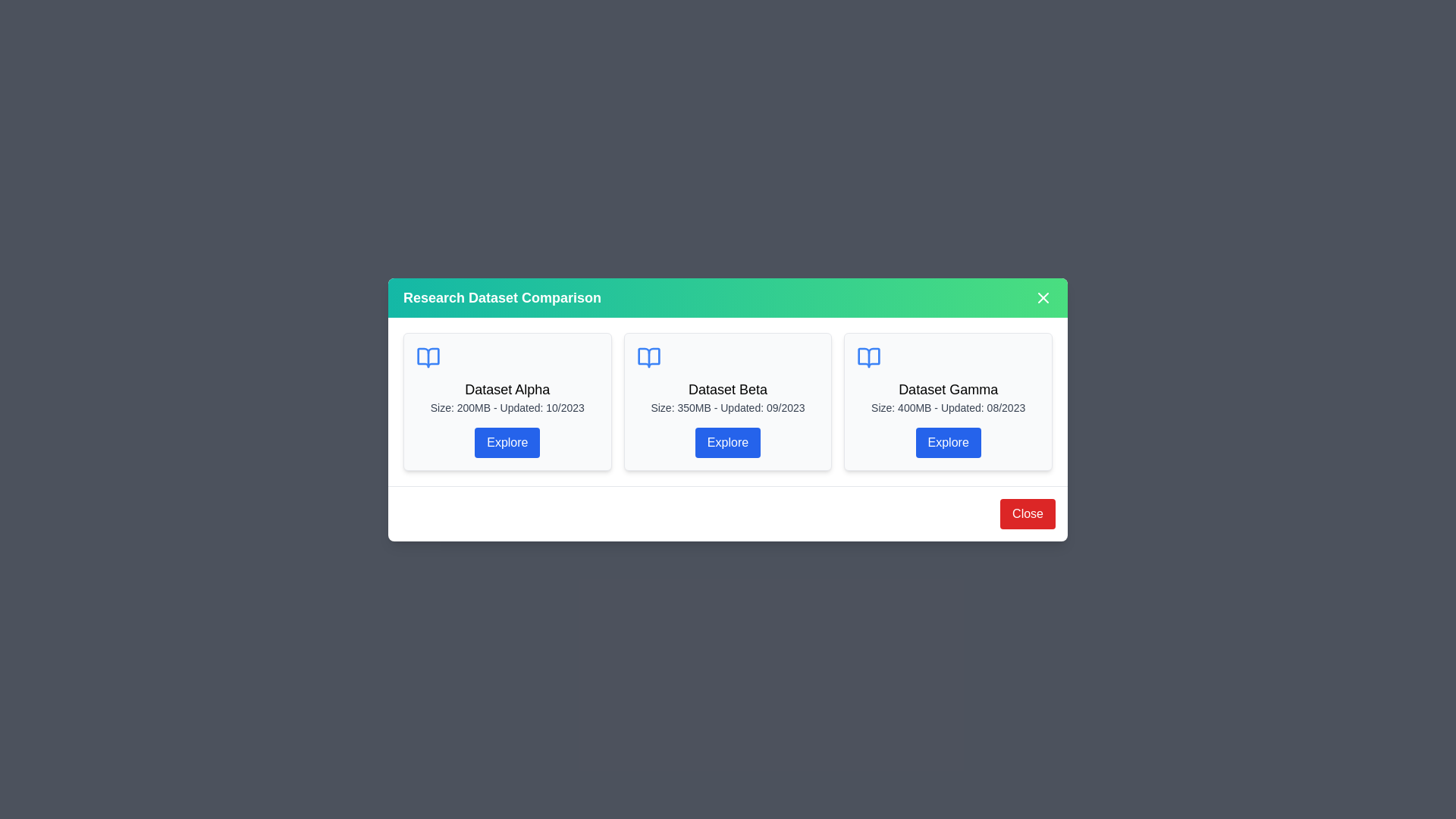 This screenshot has width=1456, height=819. What do you see at coordinates (507, 442) in the screenshot?
I see `the 'Explore' button for Dataset Alpha` at bounding box center [507, 442].